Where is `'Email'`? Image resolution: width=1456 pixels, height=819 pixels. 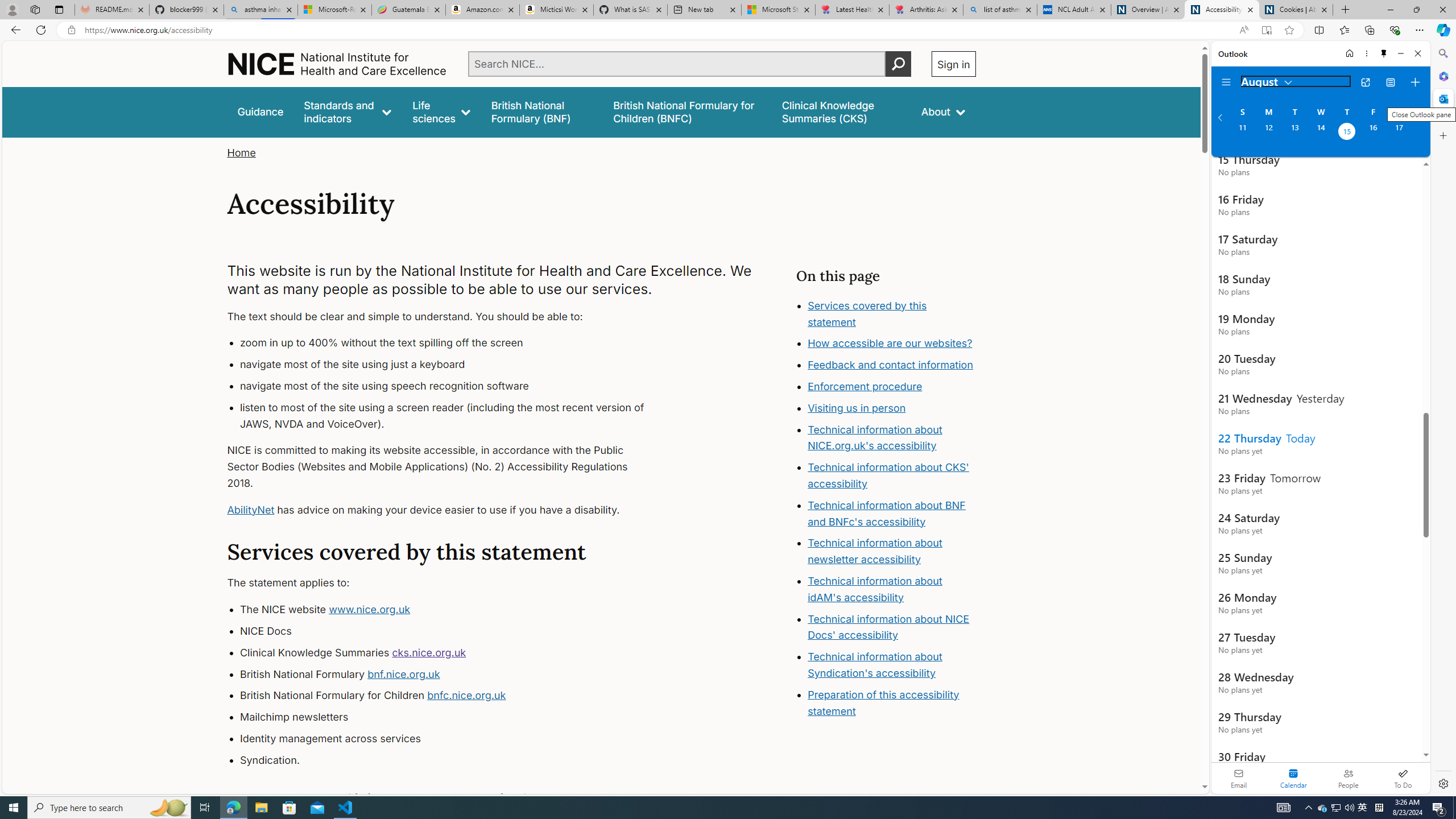 'Email' is located at coordinates (1238, 777).